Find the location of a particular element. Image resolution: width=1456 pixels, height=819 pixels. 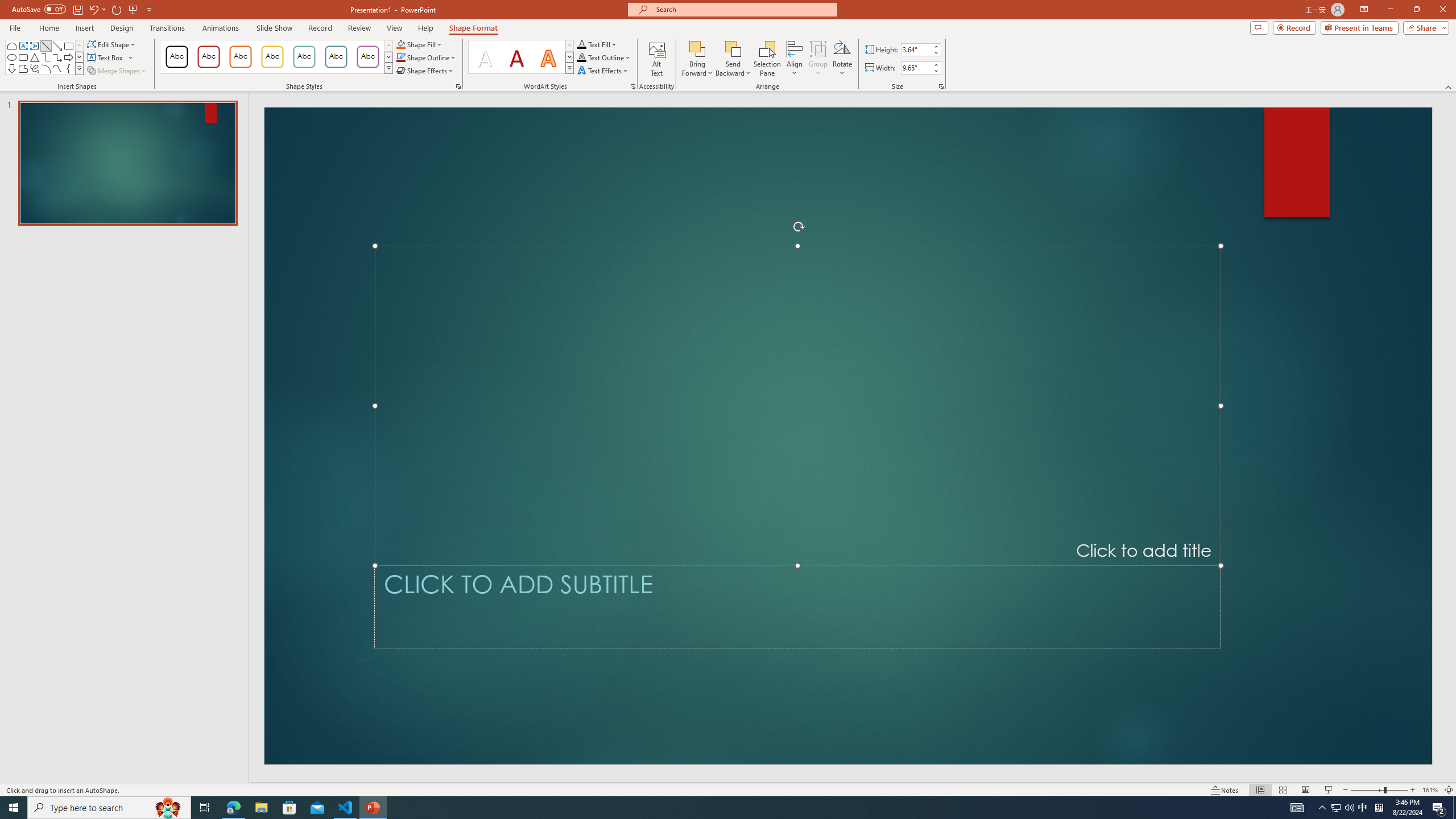

'Fill: Dark Red, Accent color 1; Shadow' is located at coordinates (516, 56).